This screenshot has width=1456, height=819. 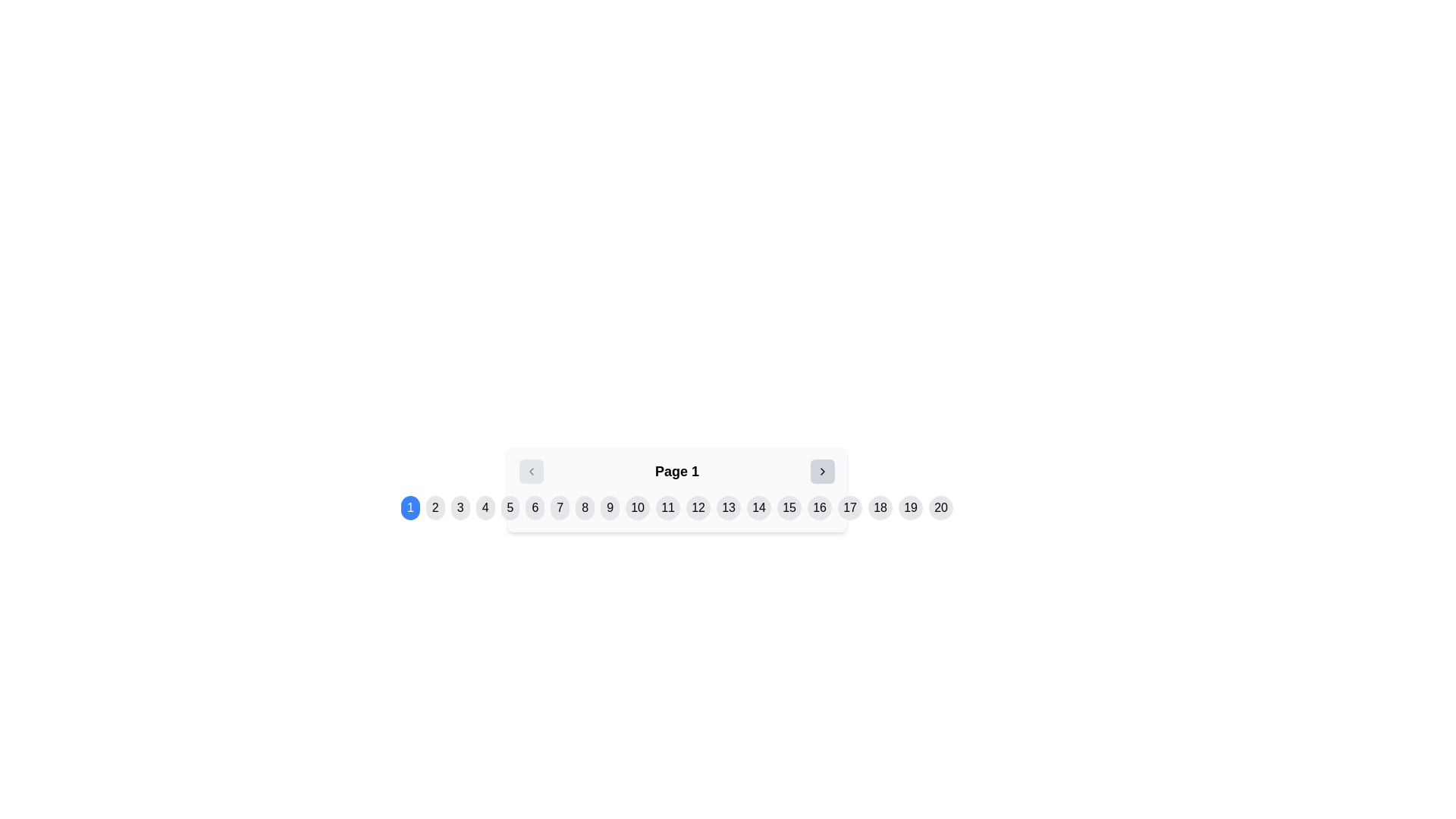 I want to click on the circular button with a gray background and black text '11', so click(x=667, y=508).